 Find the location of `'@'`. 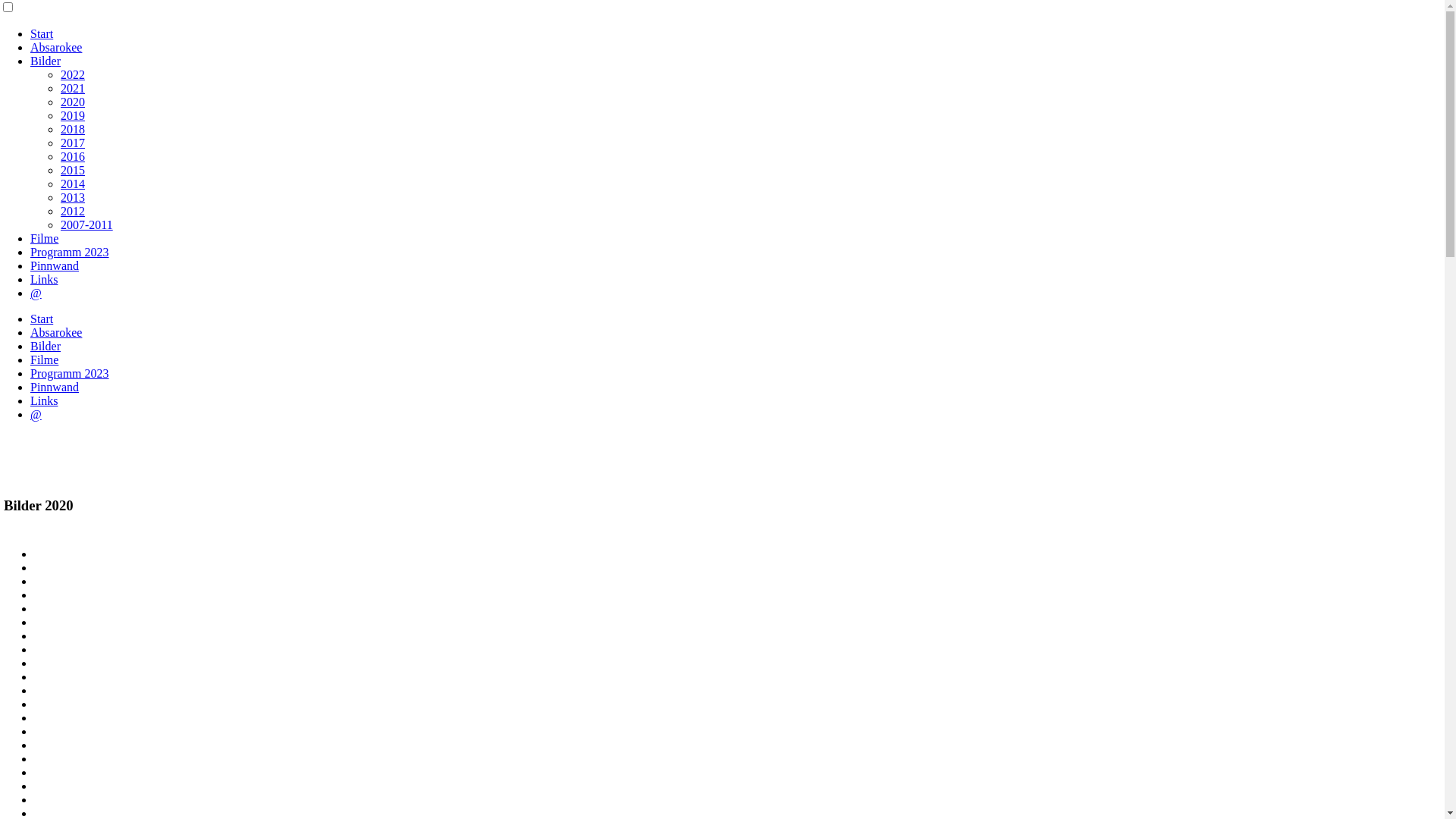

'@' is located at coordinates (36, 293).